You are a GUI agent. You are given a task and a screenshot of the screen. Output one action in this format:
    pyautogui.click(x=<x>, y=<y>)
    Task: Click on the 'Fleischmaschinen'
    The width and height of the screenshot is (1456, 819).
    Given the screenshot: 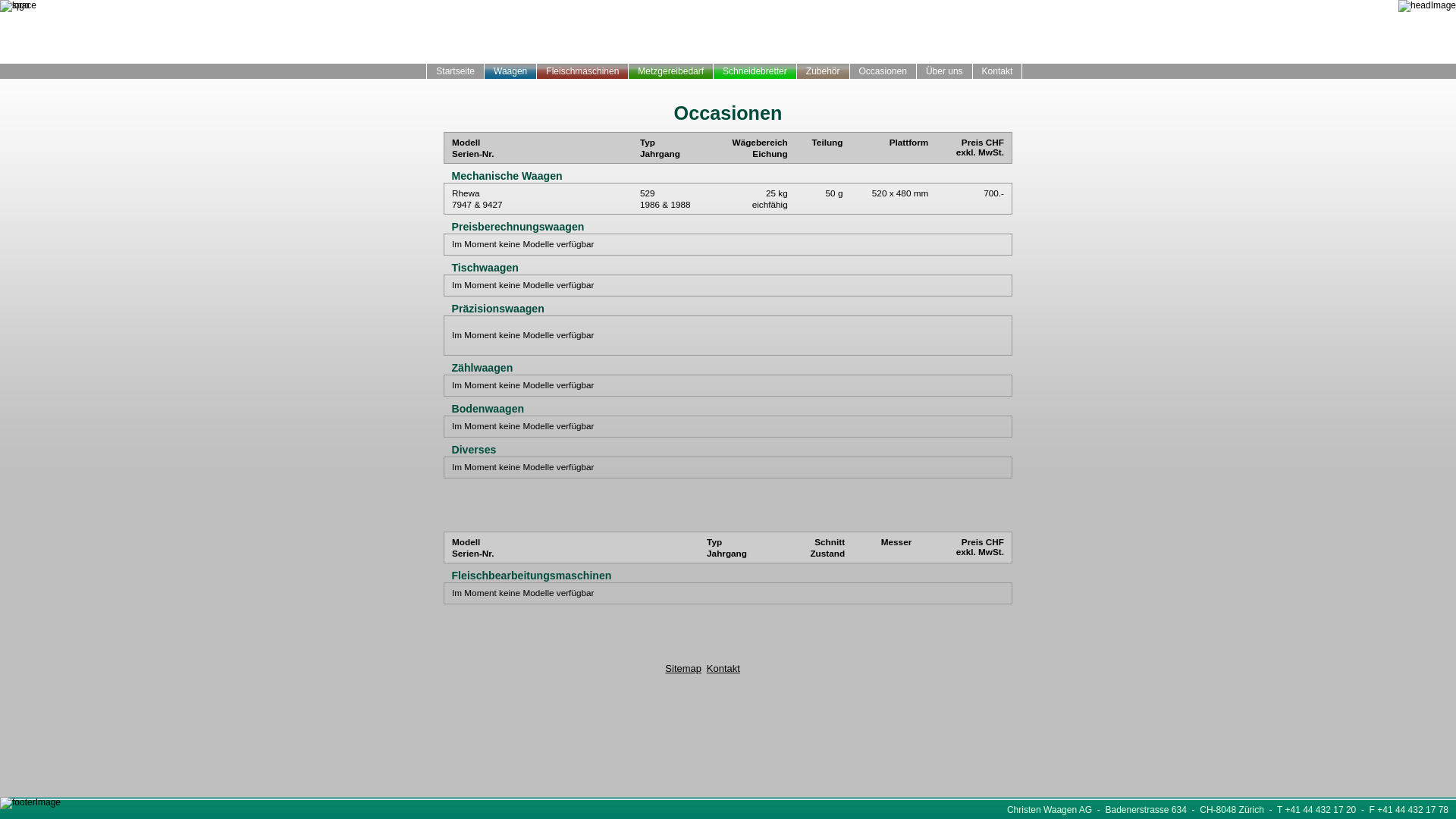 What is the action you would take?
    pyautogui.click(x=537, y=71)
    